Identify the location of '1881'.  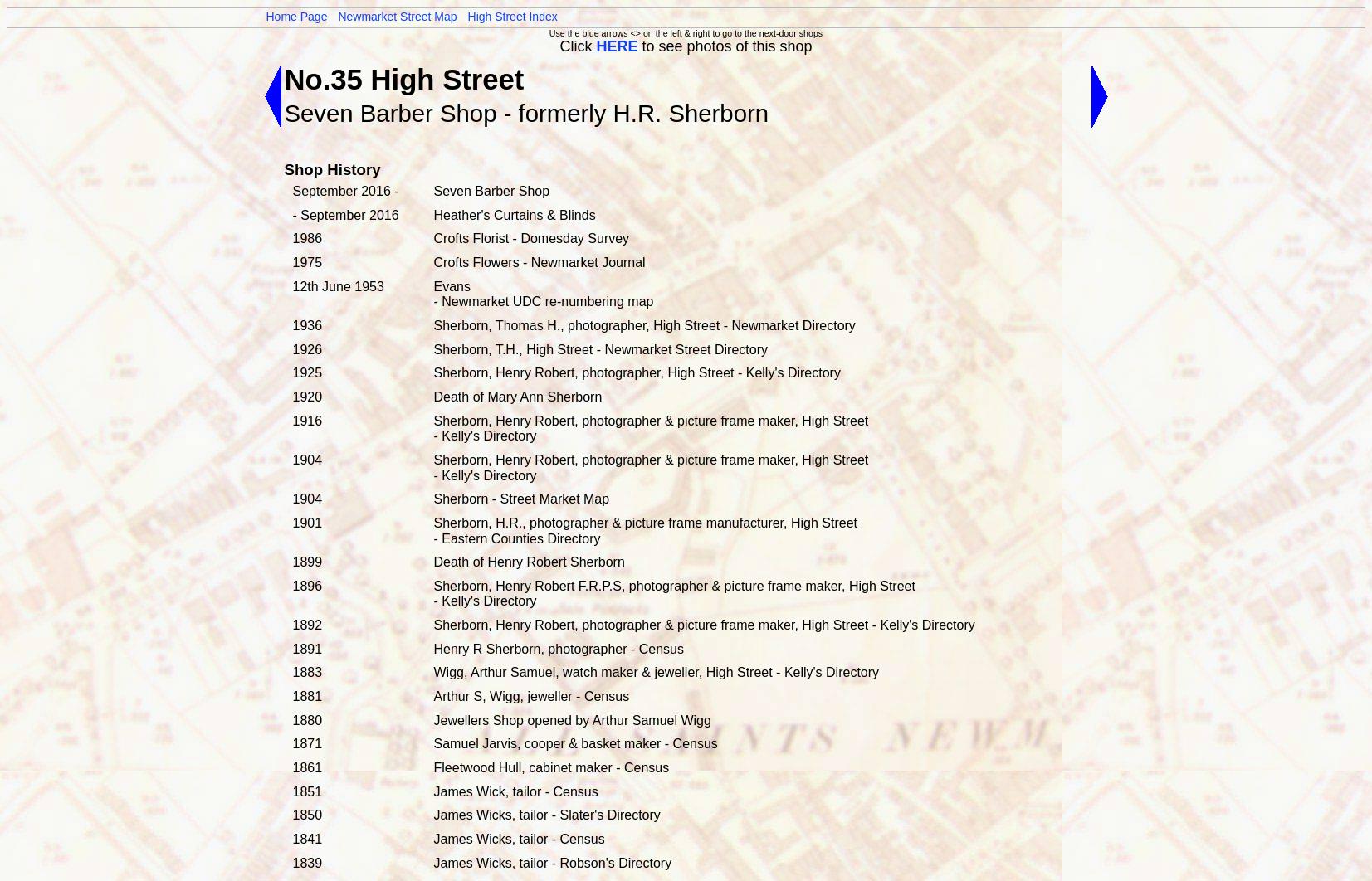
(291, 695).